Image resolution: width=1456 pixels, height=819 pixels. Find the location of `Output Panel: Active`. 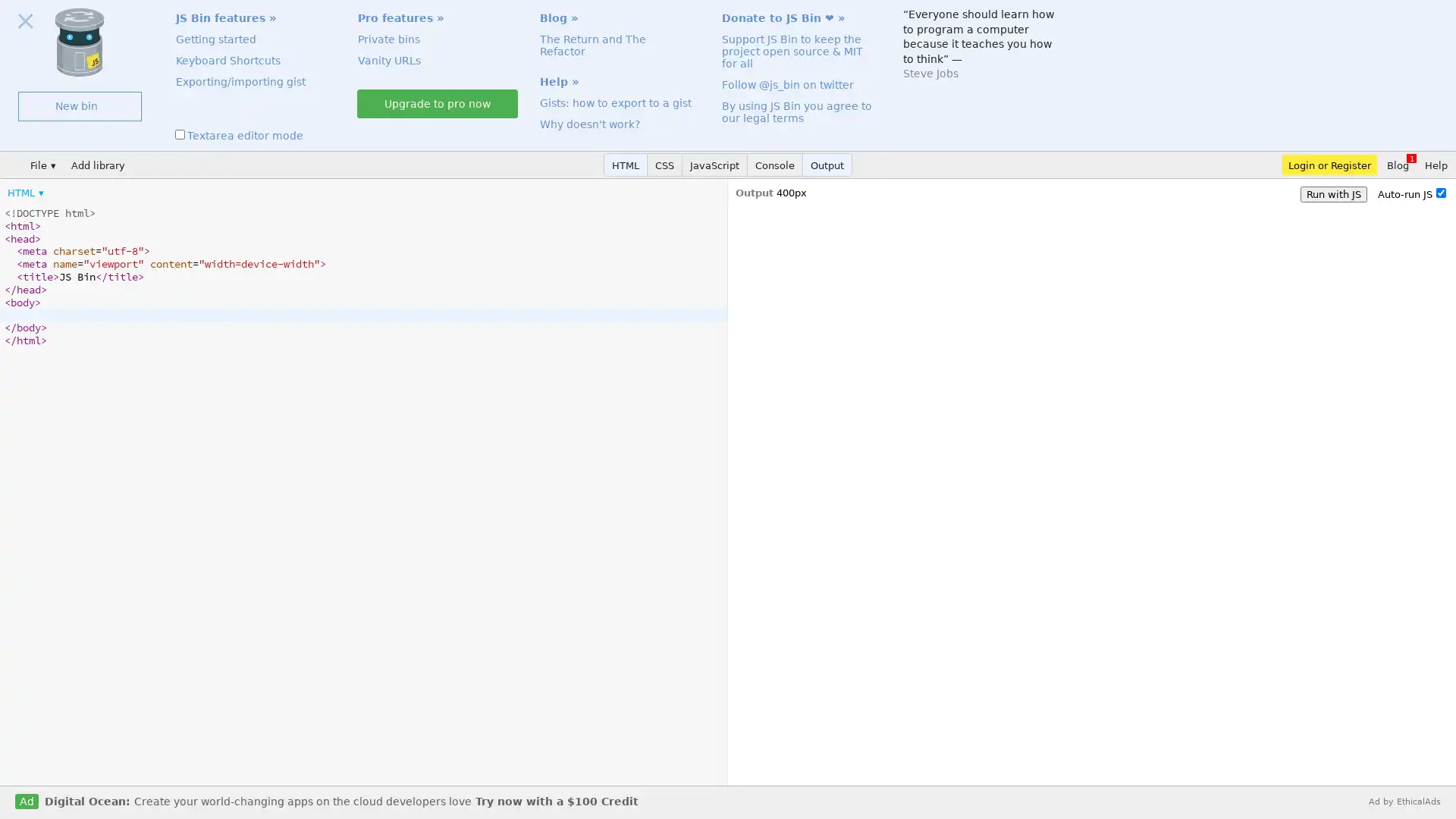

Output Panel: Active is located at coordinates (827, 165).